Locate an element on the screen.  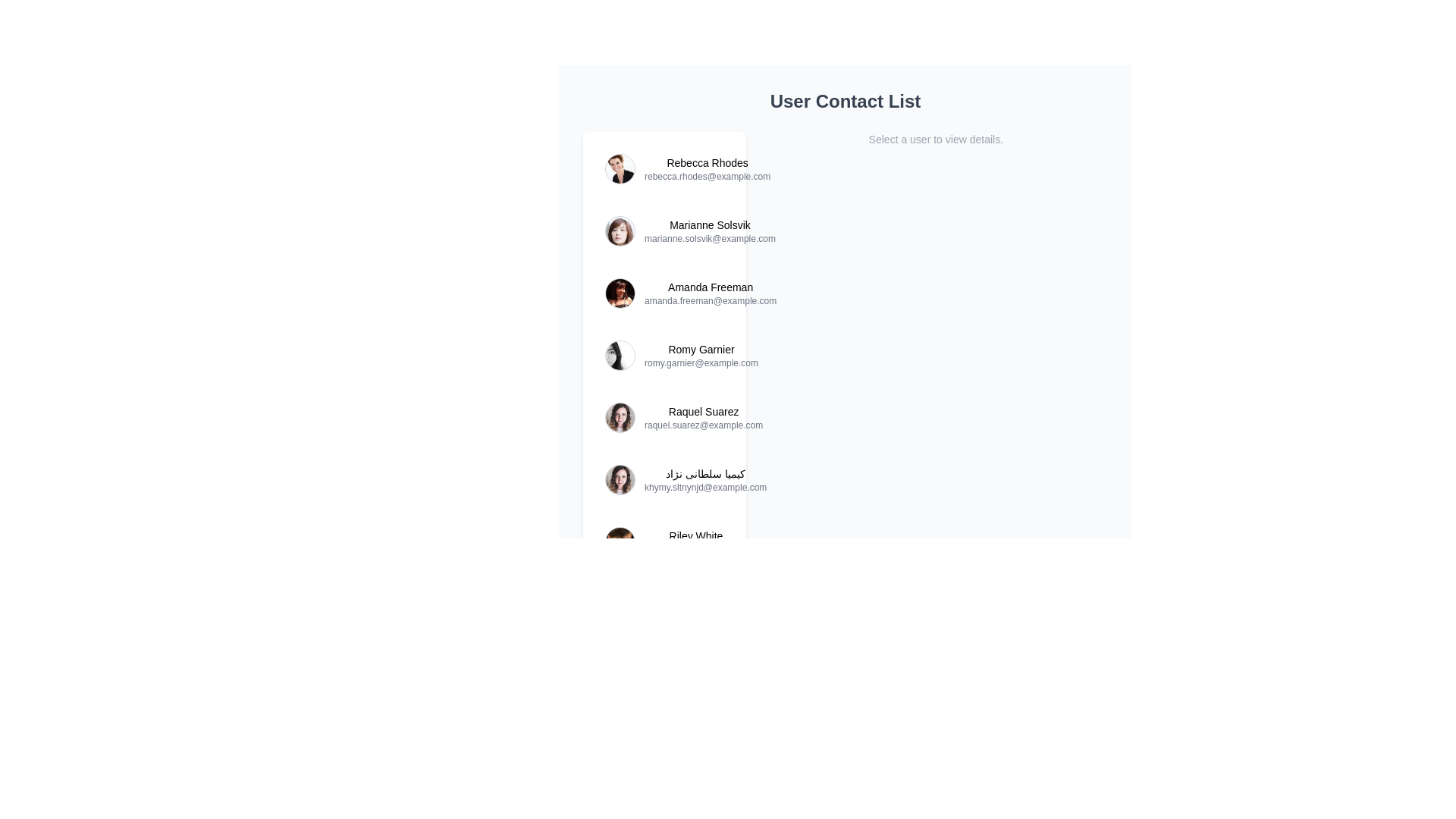
the circular profile picture of the user 'کیمیا سلطانی نژاد' is located at coordinates (620, 479).